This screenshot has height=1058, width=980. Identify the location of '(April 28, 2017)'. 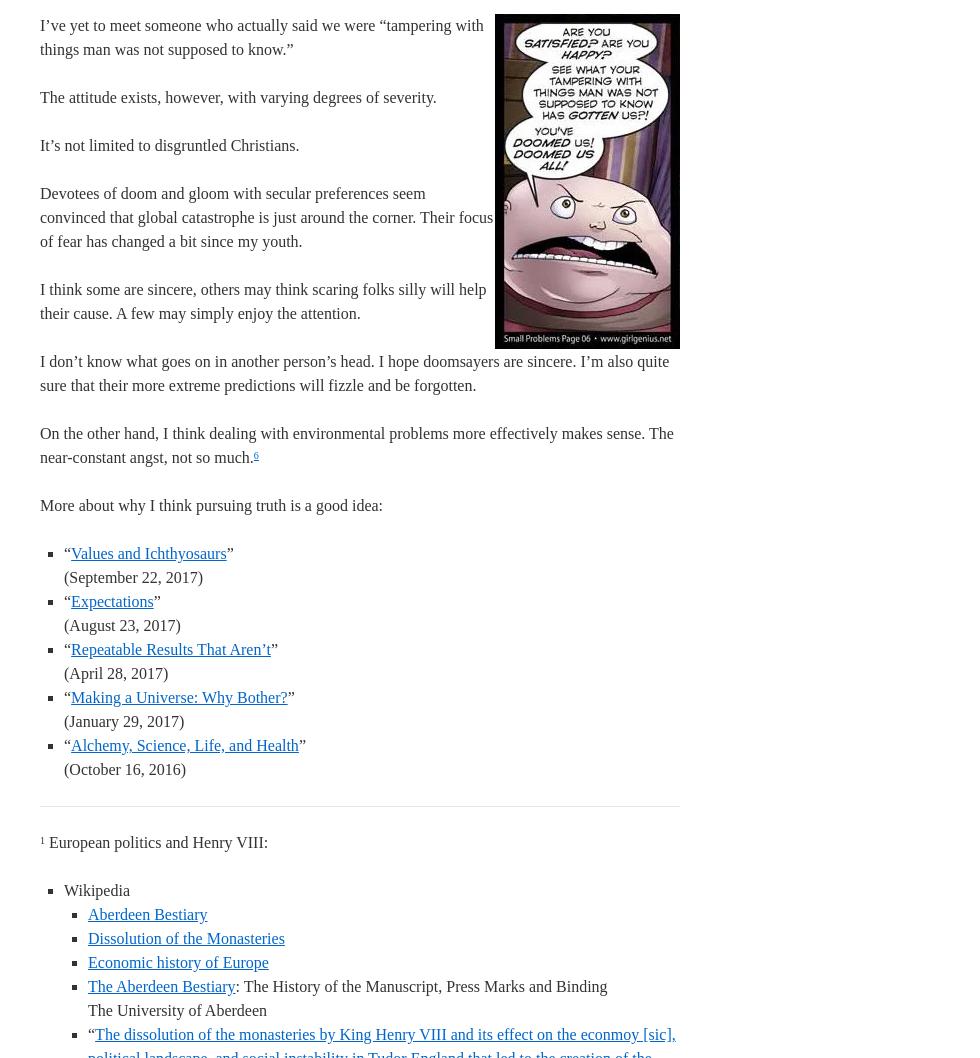
(116, 672).